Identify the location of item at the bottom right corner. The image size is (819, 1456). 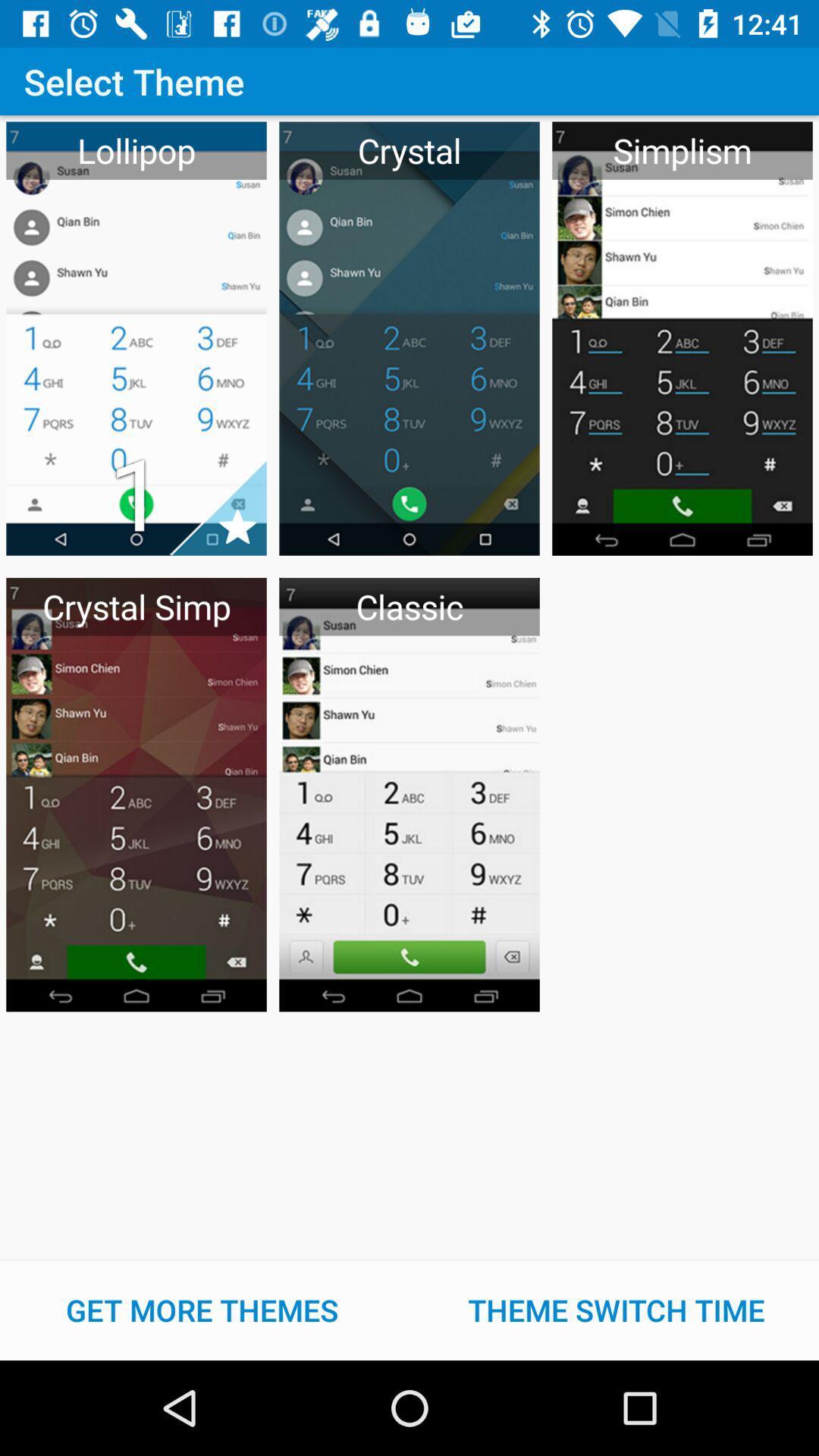
(617, 1310).